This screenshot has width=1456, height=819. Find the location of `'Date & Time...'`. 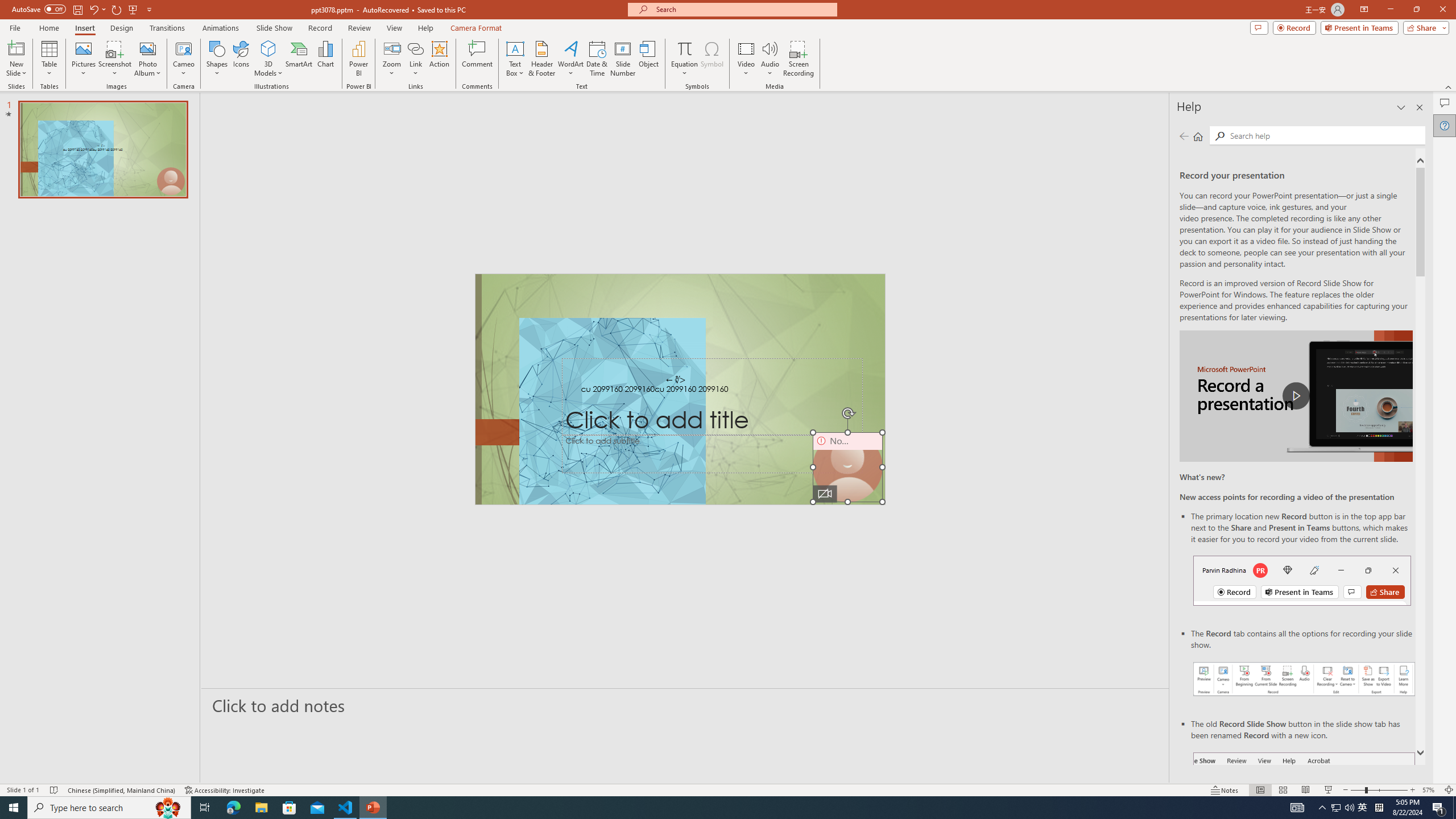

'Date & Time...' is located at coordinates (596, 59).